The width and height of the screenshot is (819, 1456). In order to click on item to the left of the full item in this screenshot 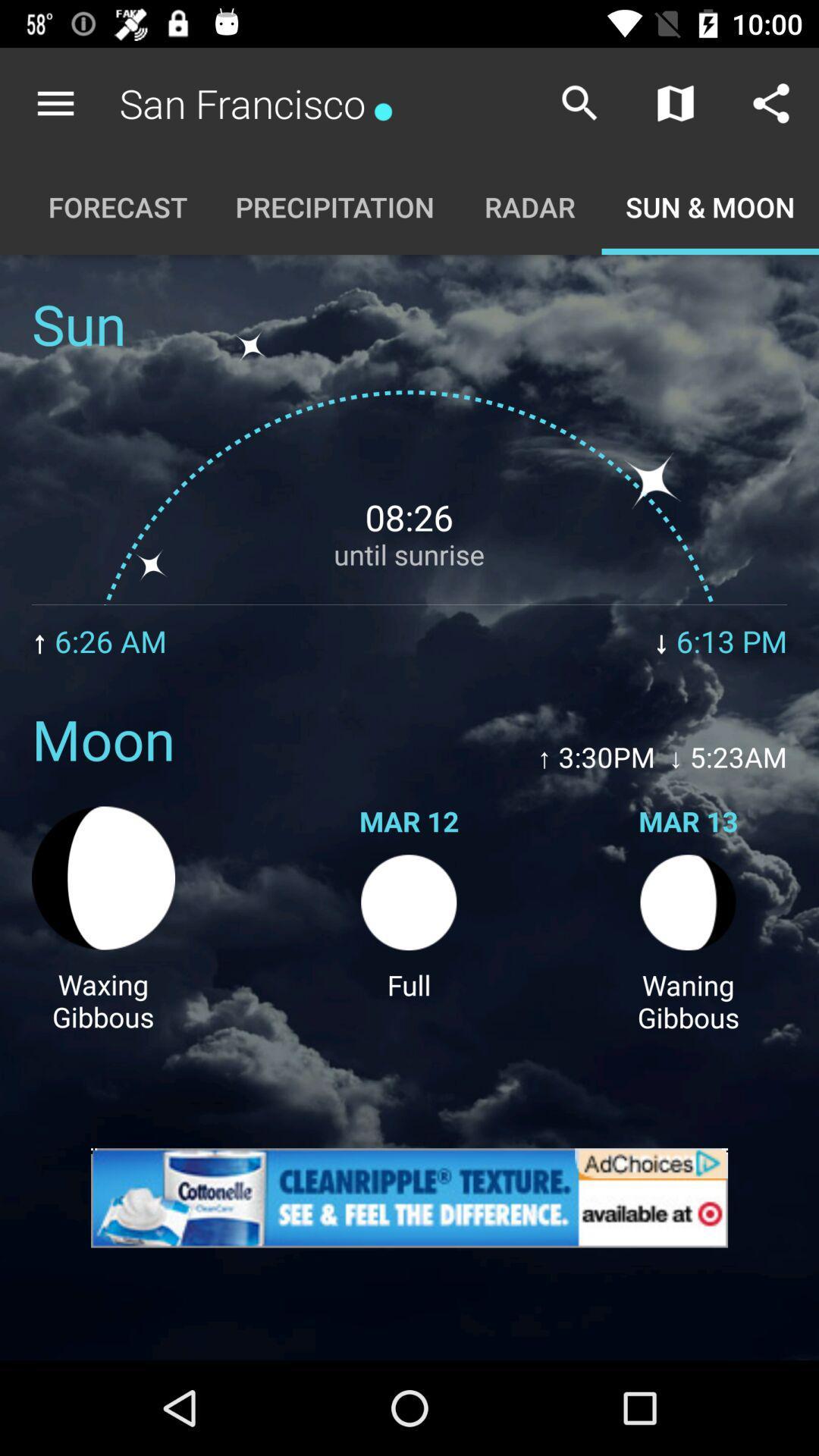, I will do `click(102, 1000)`.